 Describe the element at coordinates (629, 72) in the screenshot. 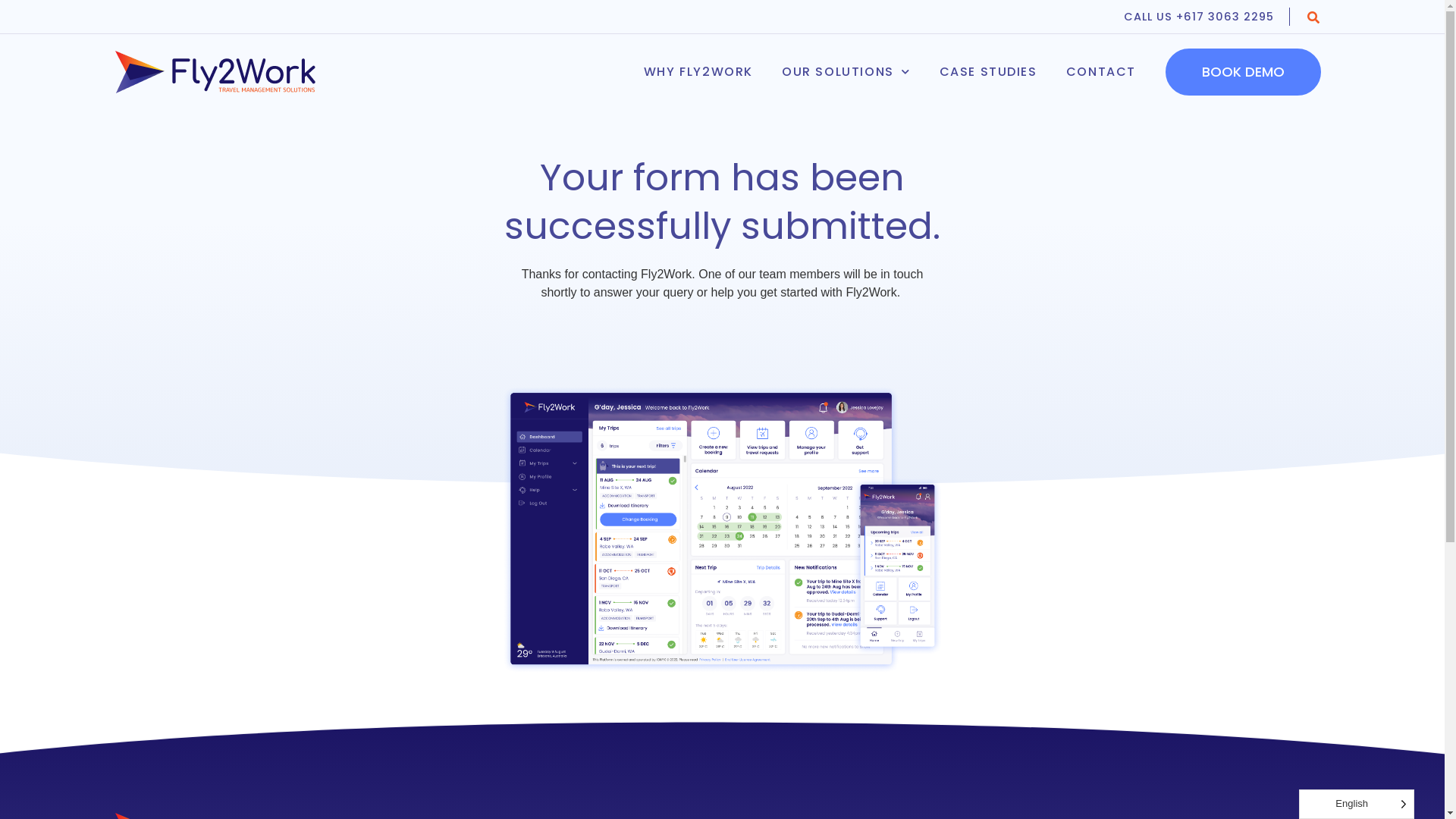

I see `'WHY FLY2WORK'` at that location.